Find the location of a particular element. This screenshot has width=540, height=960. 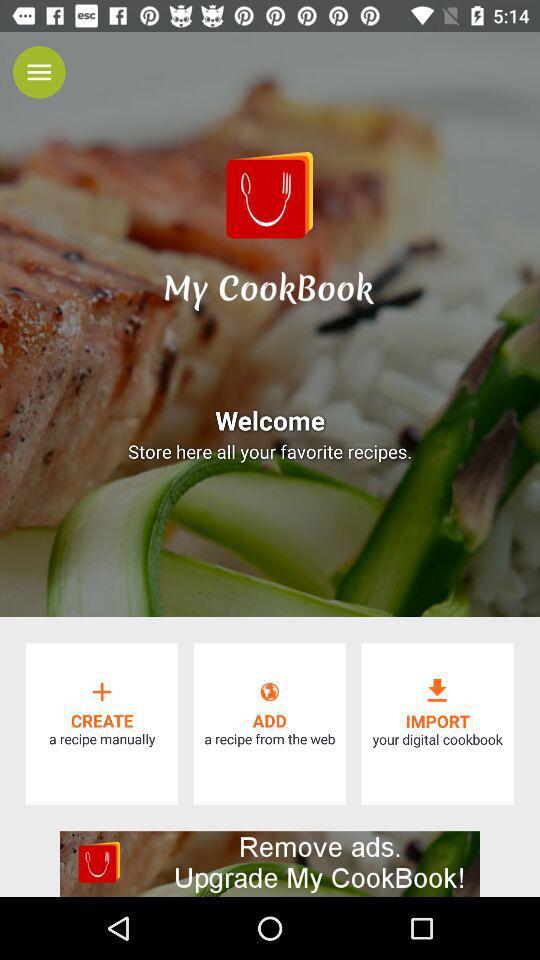

menu is located at coordinates (39, 72).